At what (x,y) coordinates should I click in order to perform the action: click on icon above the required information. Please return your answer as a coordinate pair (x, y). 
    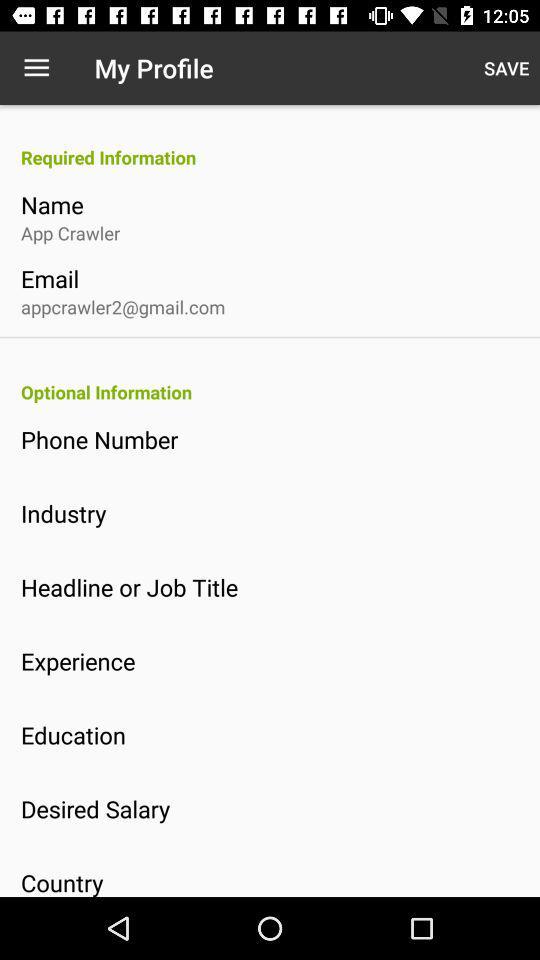
    Looking at the image, I should click on (36, 68).